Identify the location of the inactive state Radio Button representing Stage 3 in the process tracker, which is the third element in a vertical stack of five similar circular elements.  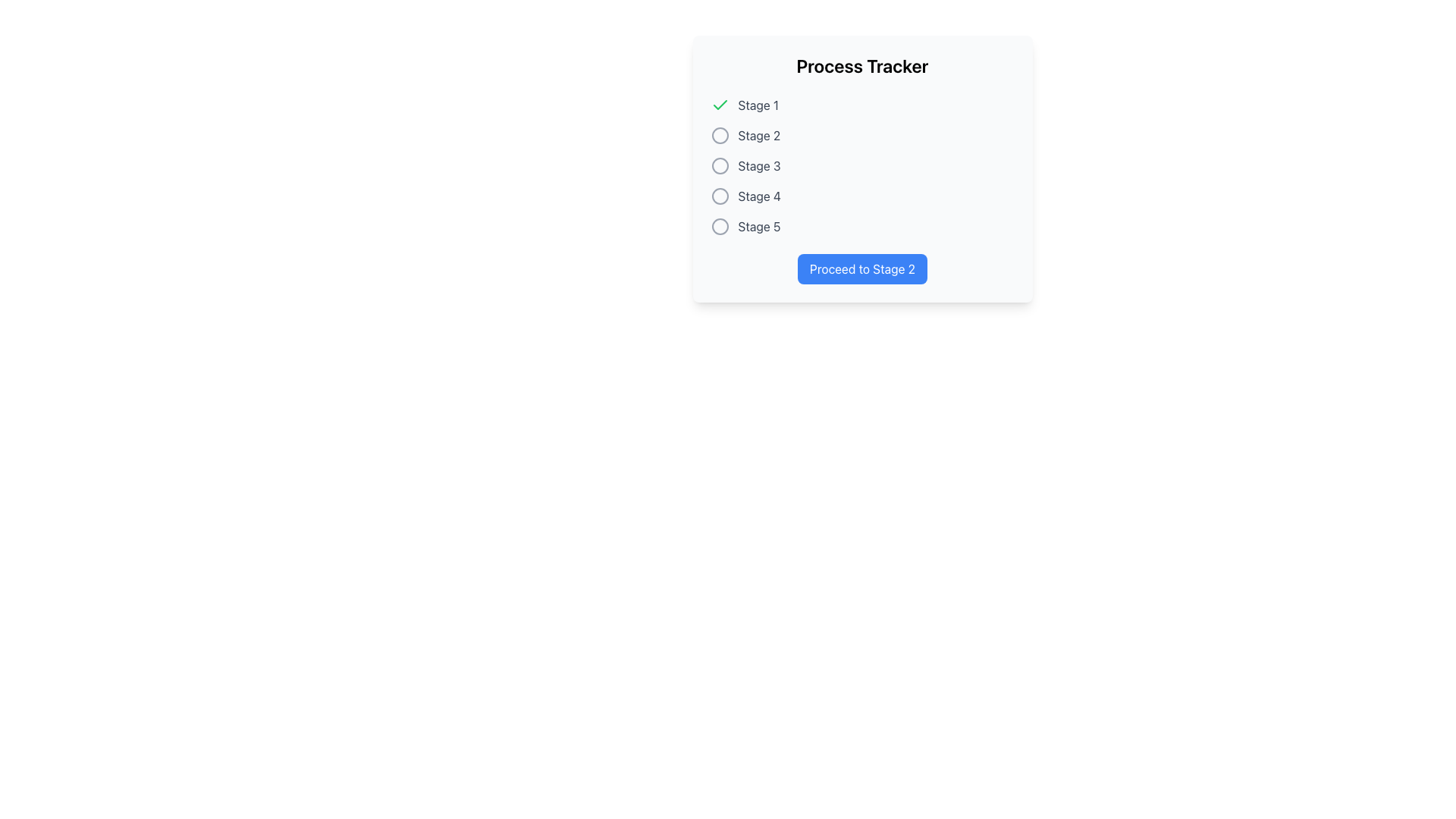
(719, 166).